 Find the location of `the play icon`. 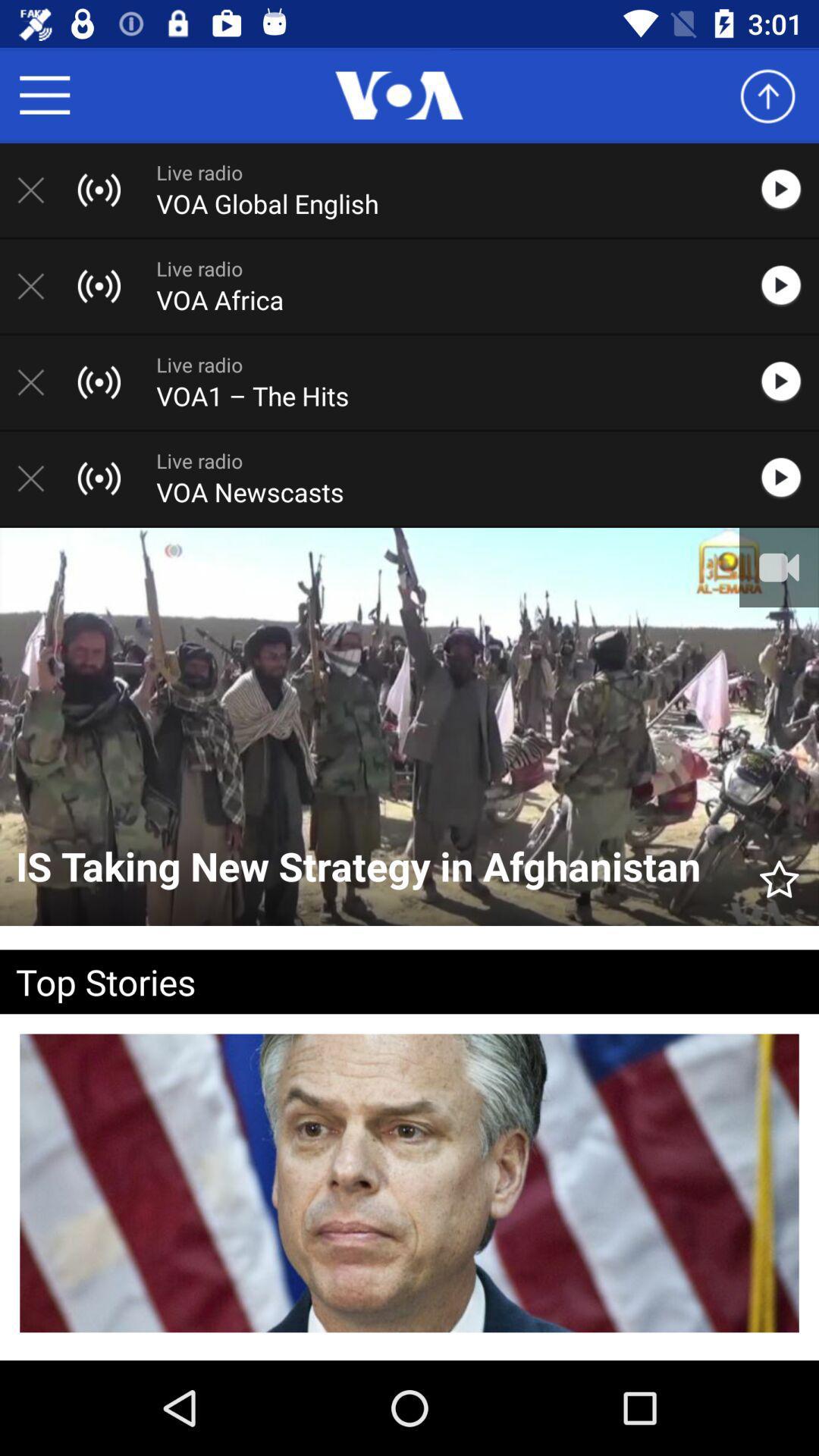

the play icon is located at coordinates (788, 477).